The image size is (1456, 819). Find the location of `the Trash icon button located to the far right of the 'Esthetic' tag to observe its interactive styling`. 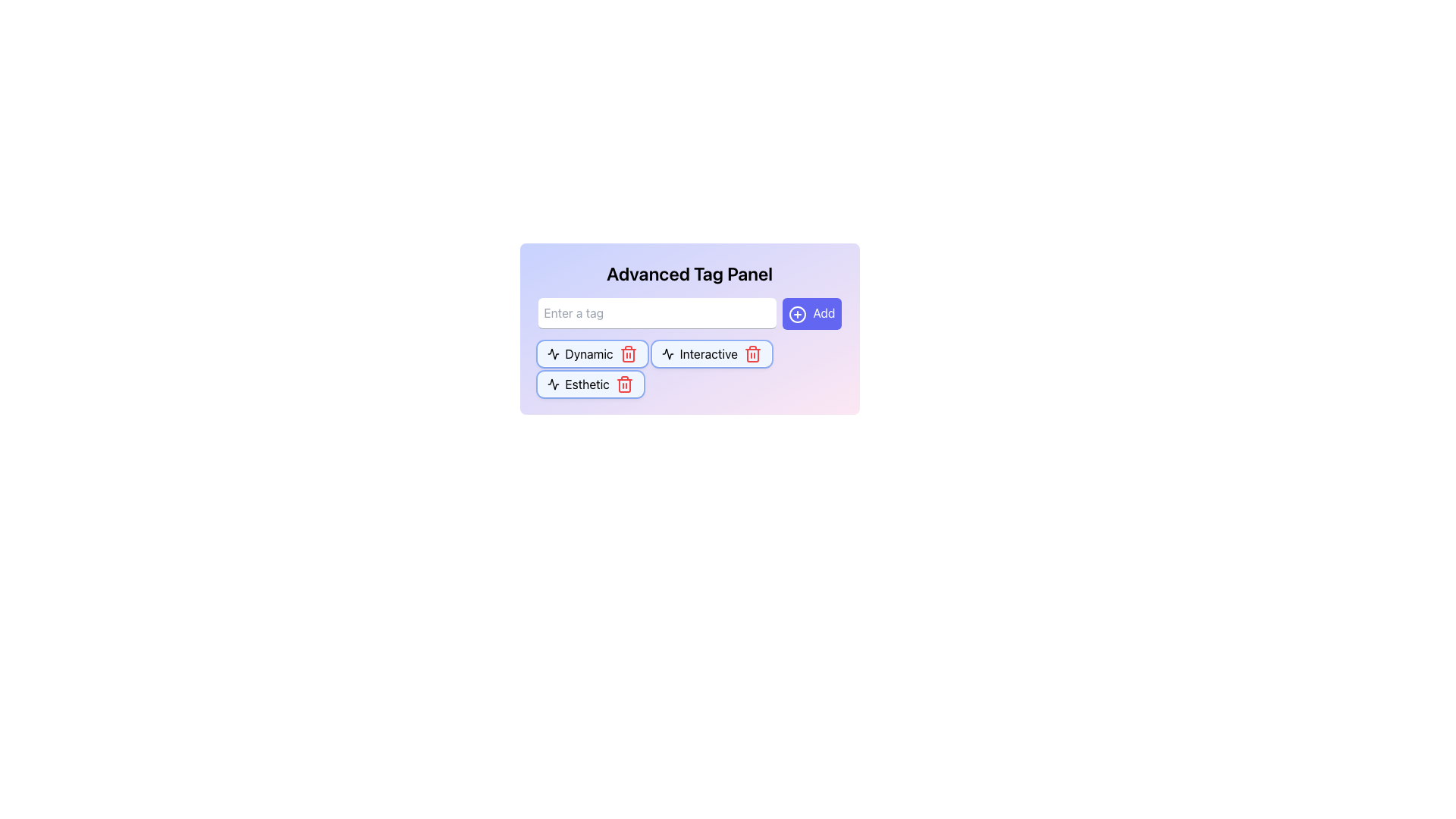

the Trash icon button located to the far right of the 'Esthetic' tag to observe its interactive styling is located at coordinates (624, 383).